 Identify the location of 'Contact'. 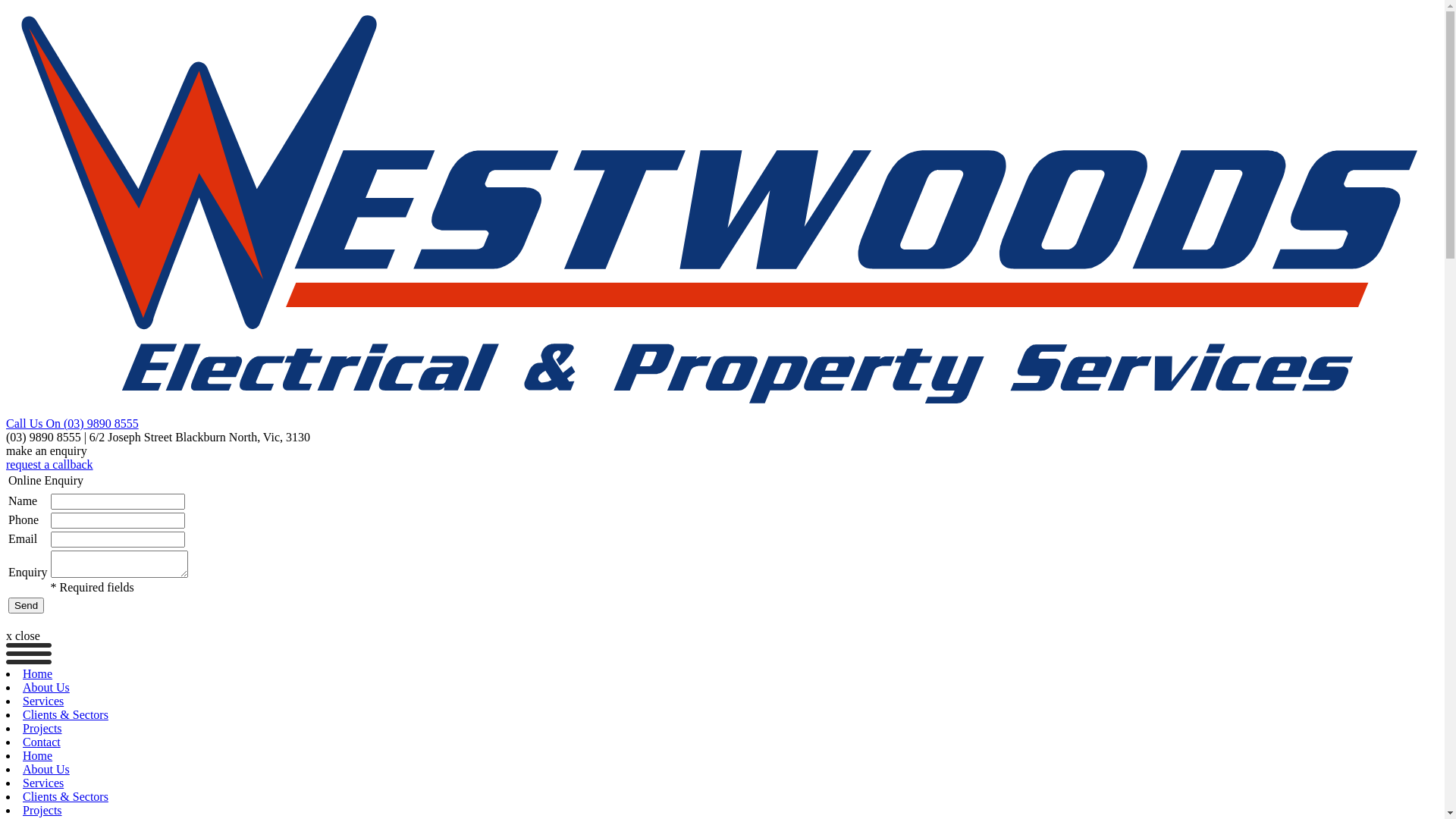
(41, 741).